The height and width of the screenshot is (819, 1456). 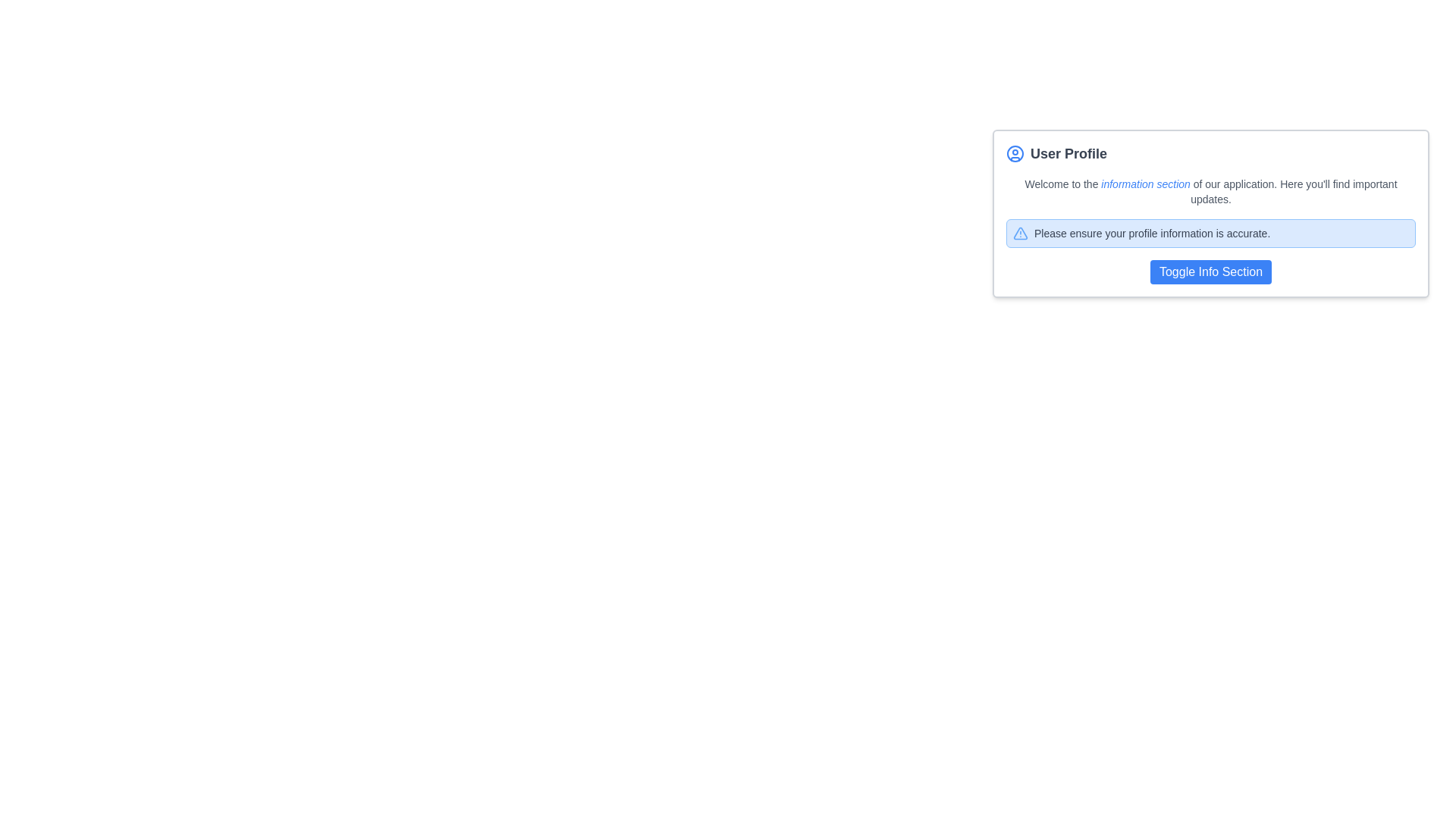 What do you see at coordinates (1015, 154) in the screenshot?
I see `the decorative SVG Icon that indicates the 'user profile' section, located as the leftmost component in the 'User Profile' group at the upper section of the card-like panel` at bounding box center [1015, 154].